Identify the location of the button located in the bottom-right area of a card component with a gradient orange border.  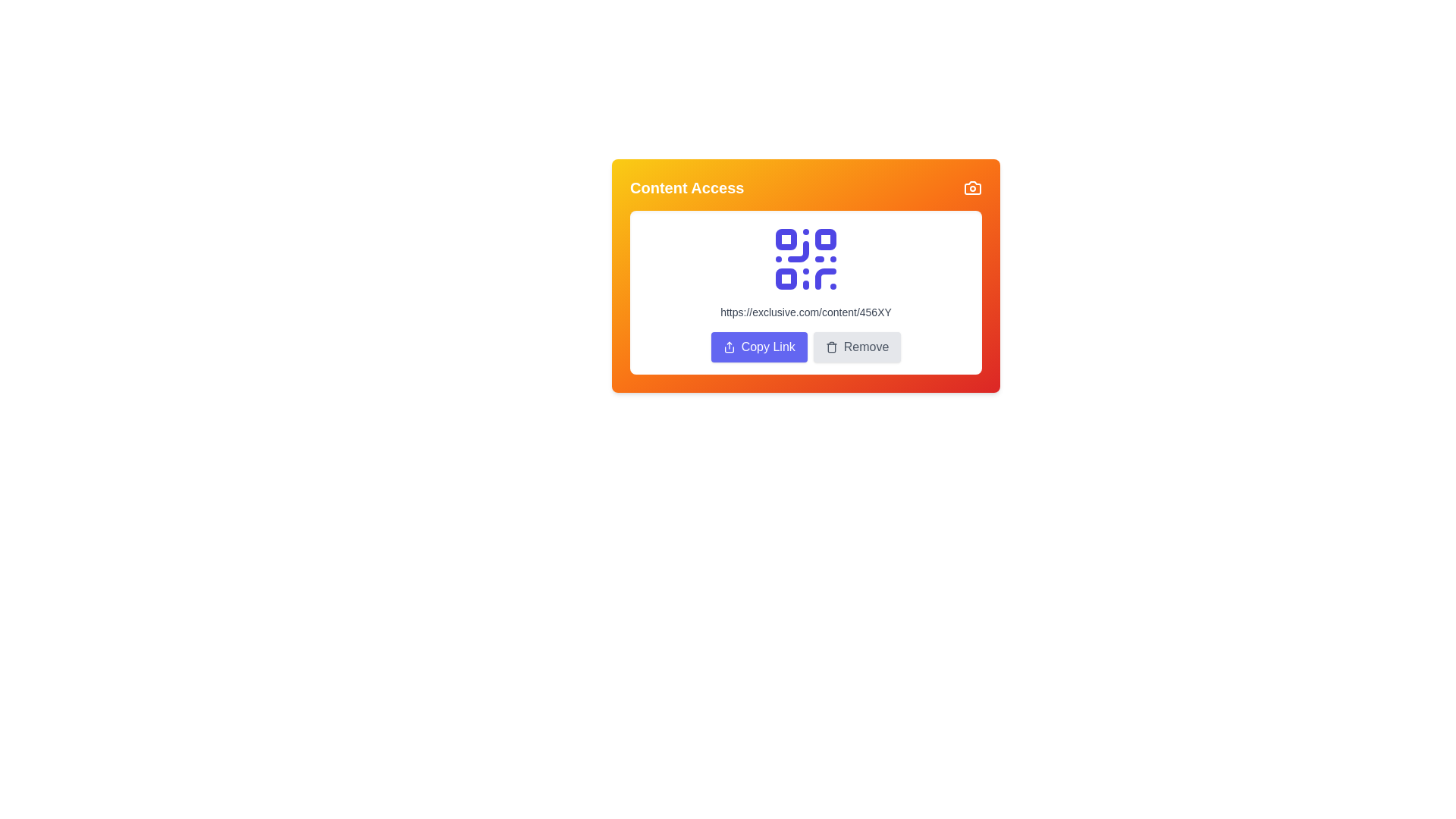
(856, 347).